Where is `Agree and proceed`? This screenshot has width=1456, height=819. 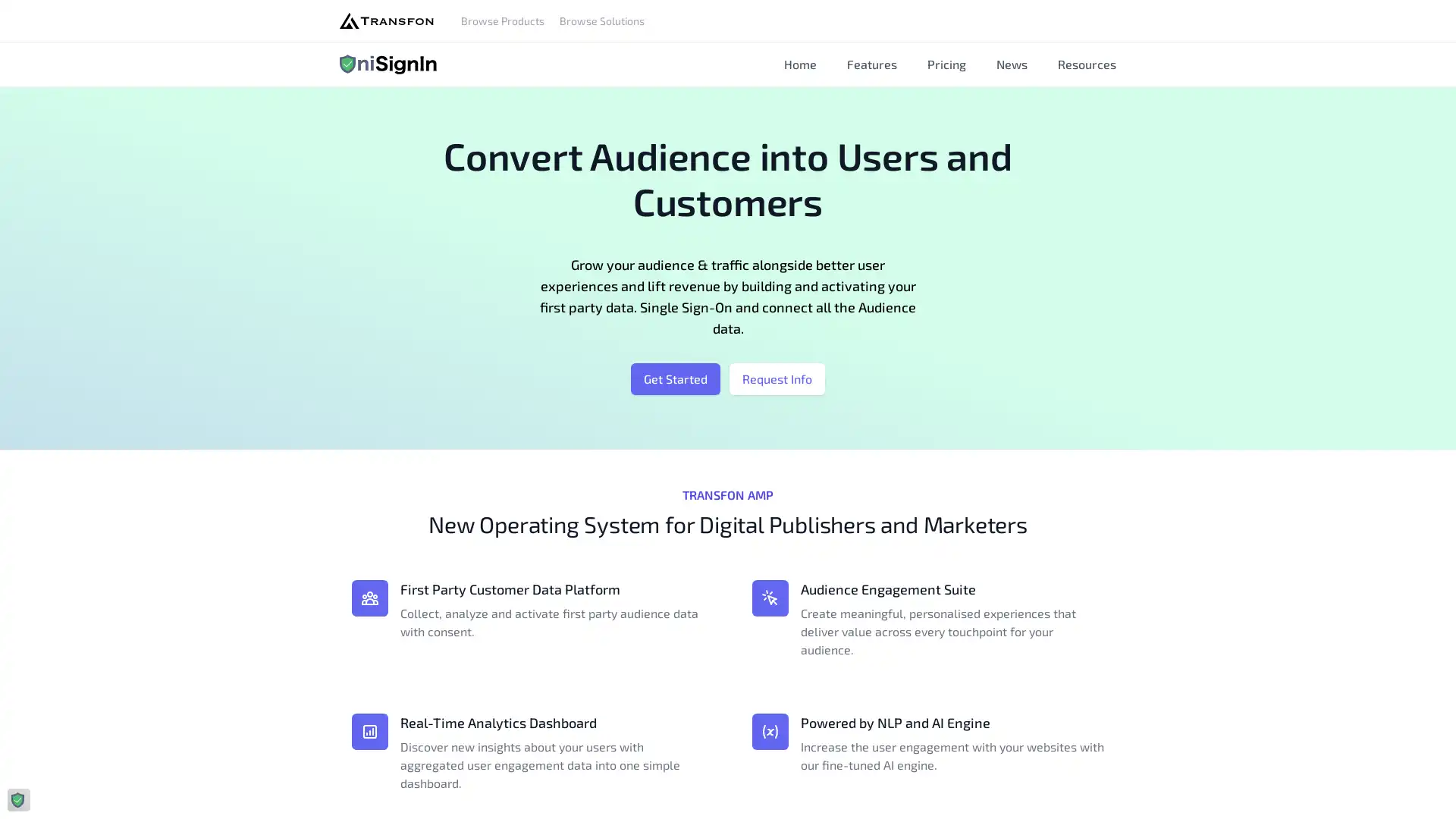
Agree and proceed is located at coordinates (273, 791).